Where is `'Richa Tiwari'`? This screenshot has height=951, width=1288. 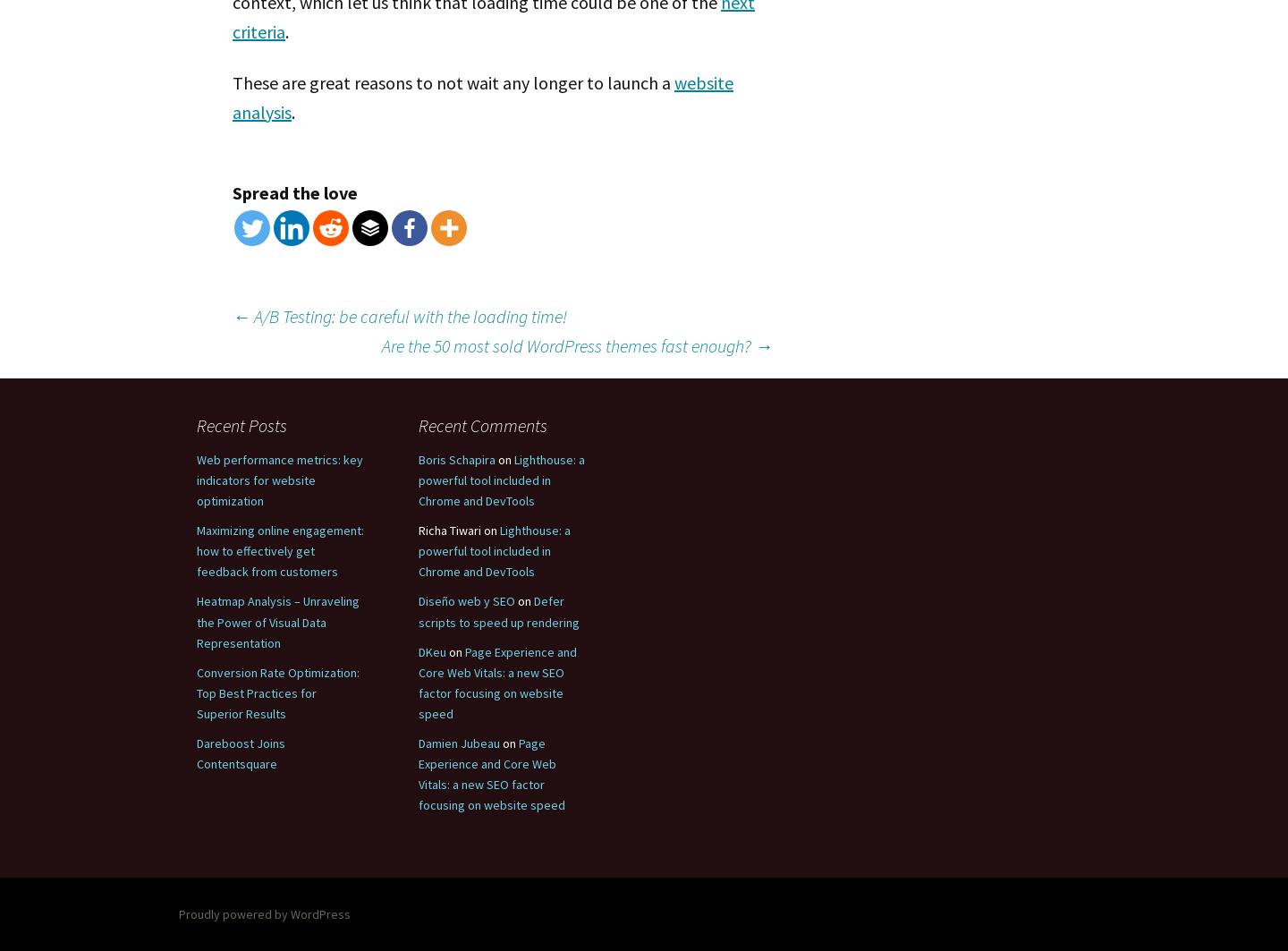
'Richa Tiwari' is located at coordinates (448, 530).